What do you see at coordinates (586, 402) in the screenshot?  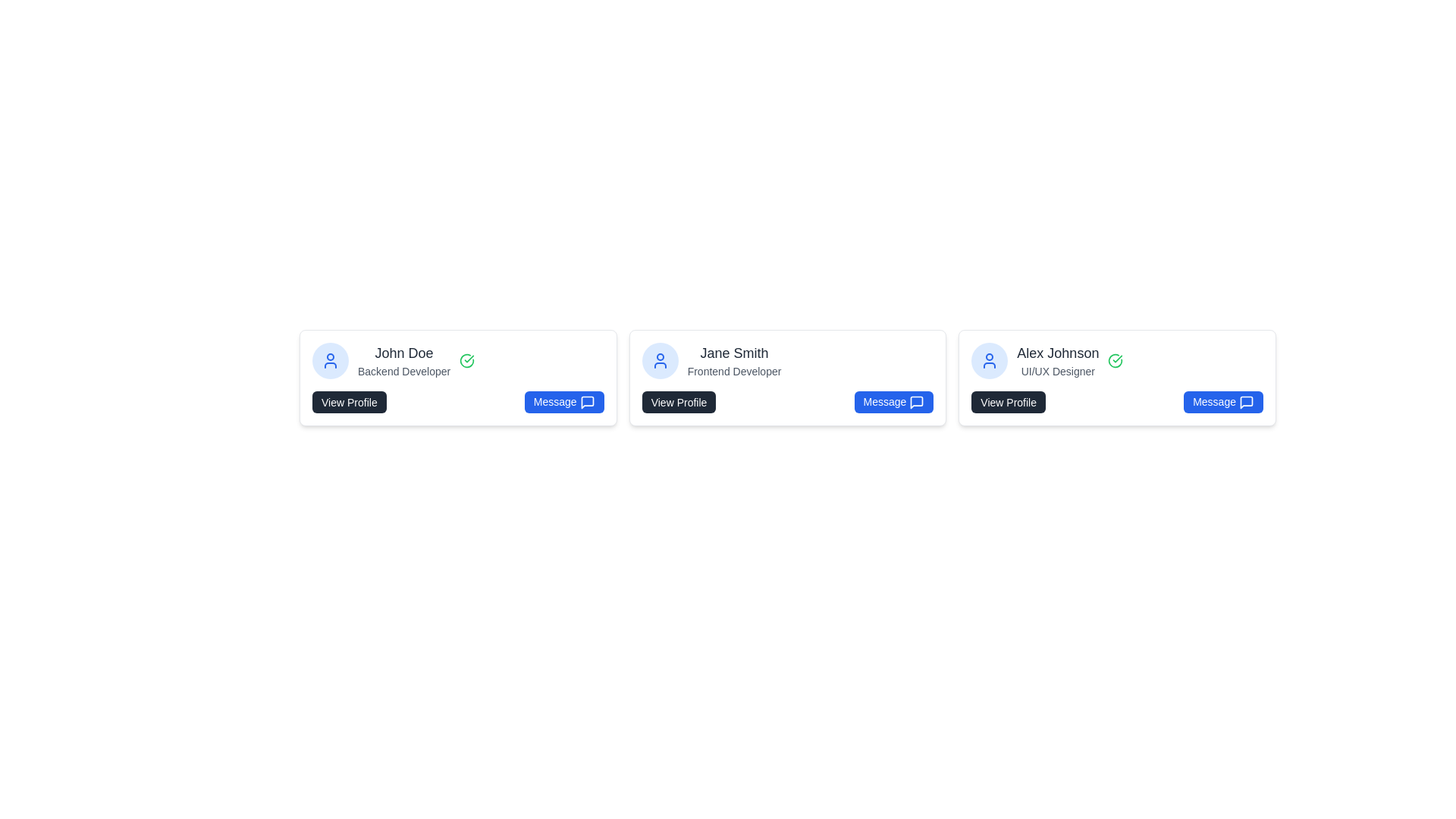 I see `the messaging icon located within the 'Message' button at the bottom-right corner of John Doe's profile card` at bounding box center [586, 402].